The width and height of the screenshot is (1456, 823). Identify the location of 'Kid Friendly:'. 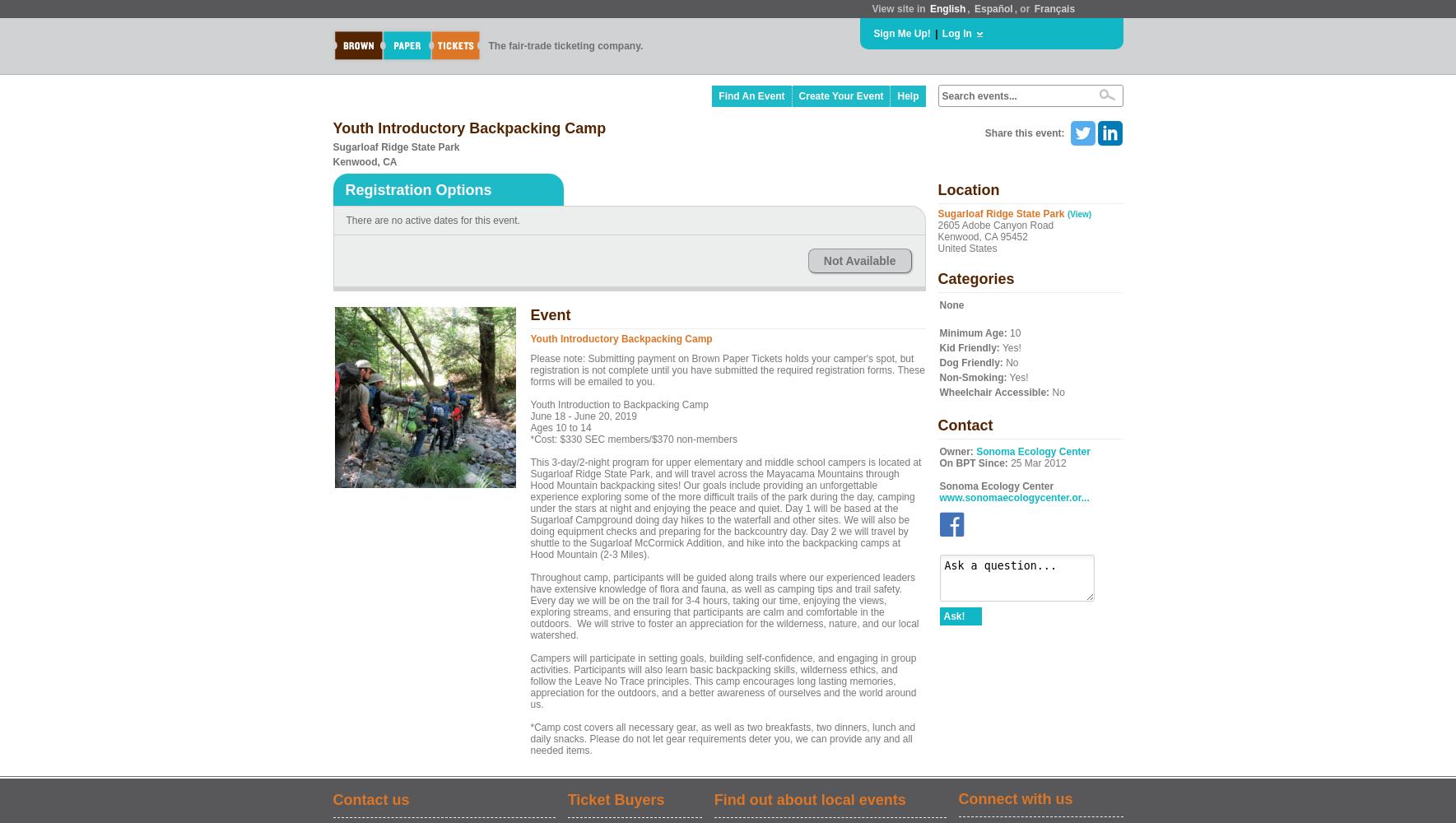
(968, 348).